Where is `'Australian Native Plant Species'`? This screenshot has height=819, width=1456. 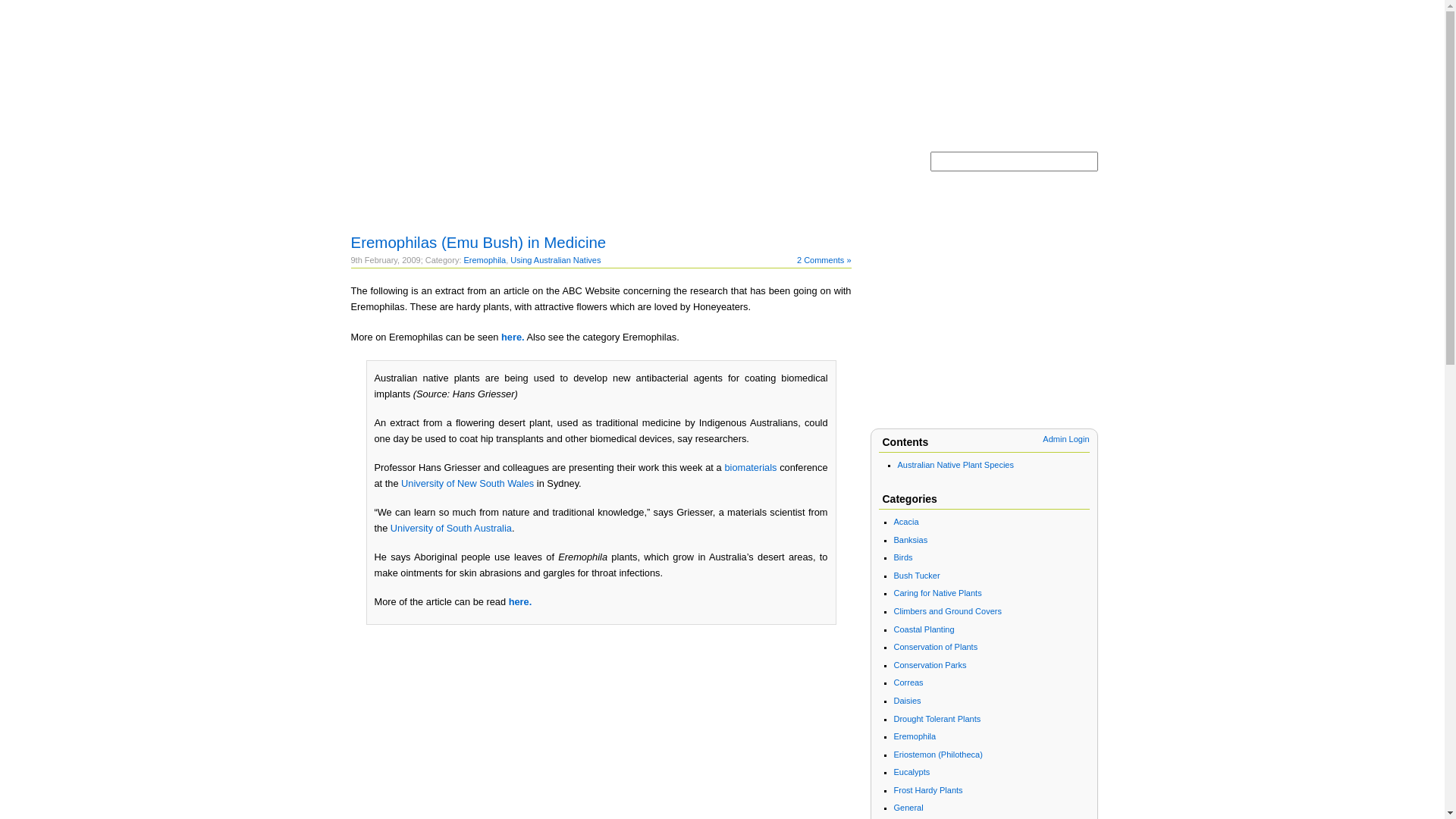
'Australian Native Plant Species' is located at coordinates (898, 464).